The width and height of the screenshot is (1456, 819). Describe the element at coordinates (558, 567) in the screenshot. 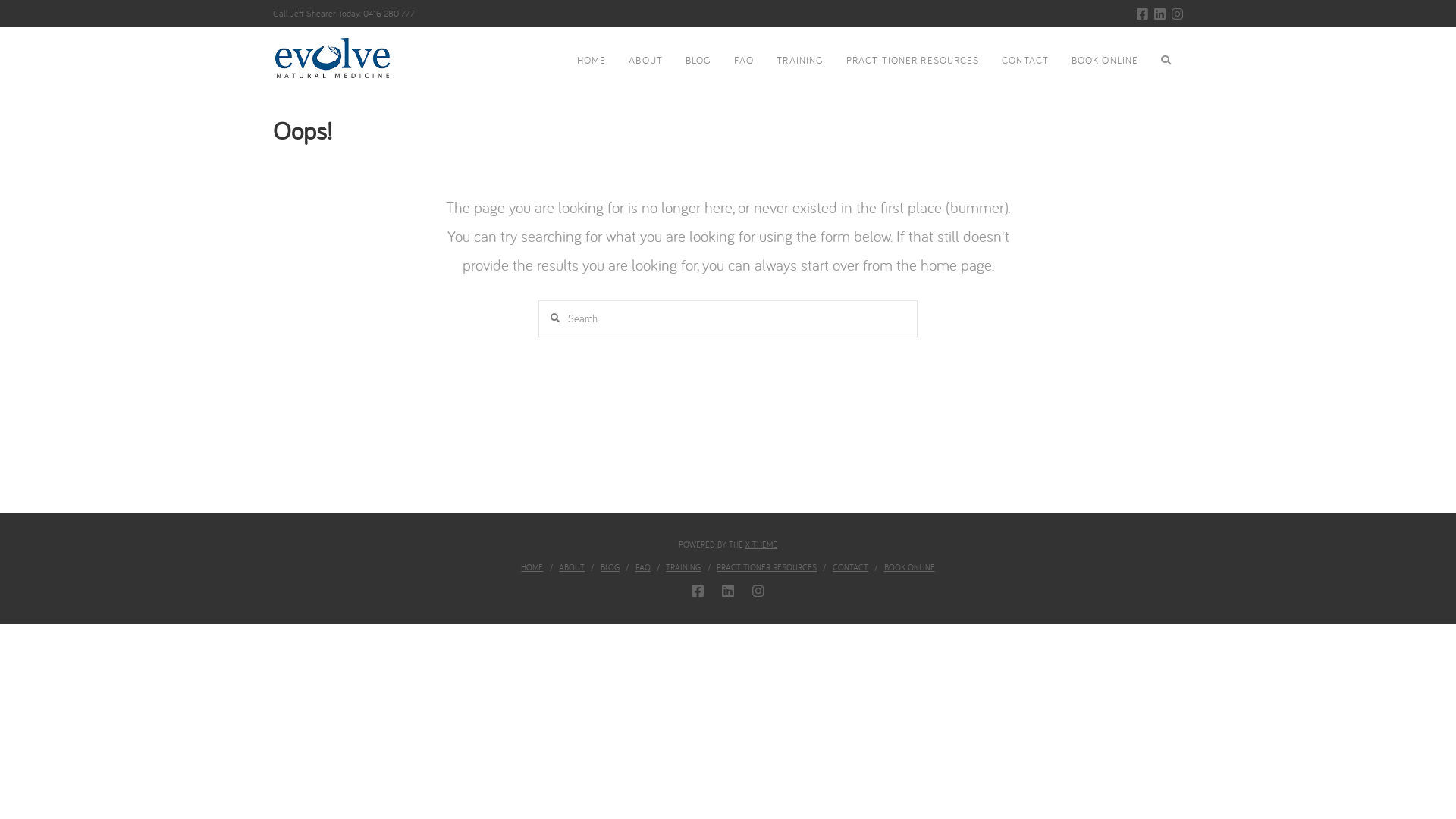

I see `'ABOUT'` at that location.